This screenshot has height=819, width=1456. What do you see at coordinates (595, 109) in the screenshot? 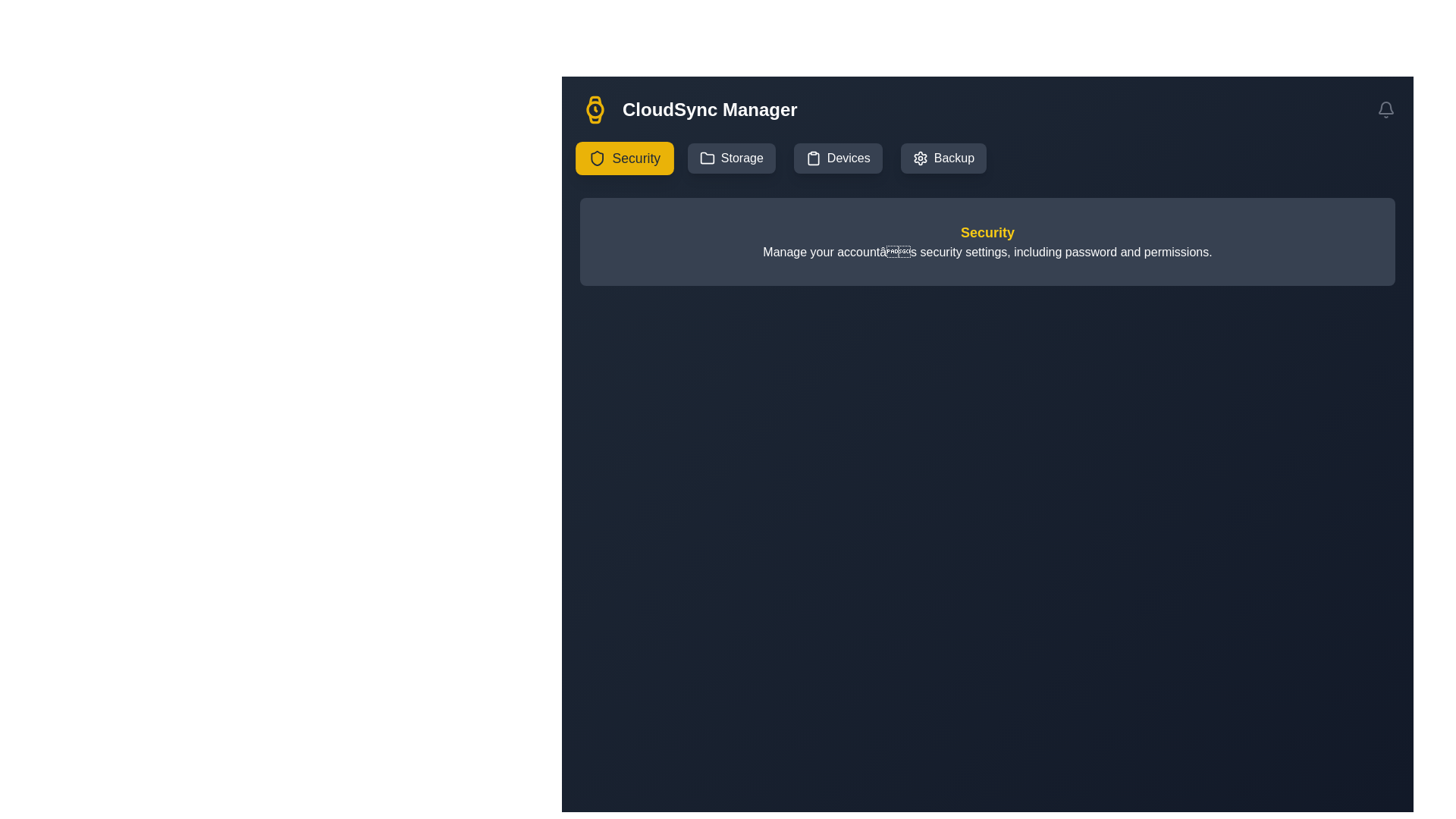
I see `the central circular SVG graphic of the watch icon located near the 'CloudSync Manager' title` at bounding box center [595, 109].